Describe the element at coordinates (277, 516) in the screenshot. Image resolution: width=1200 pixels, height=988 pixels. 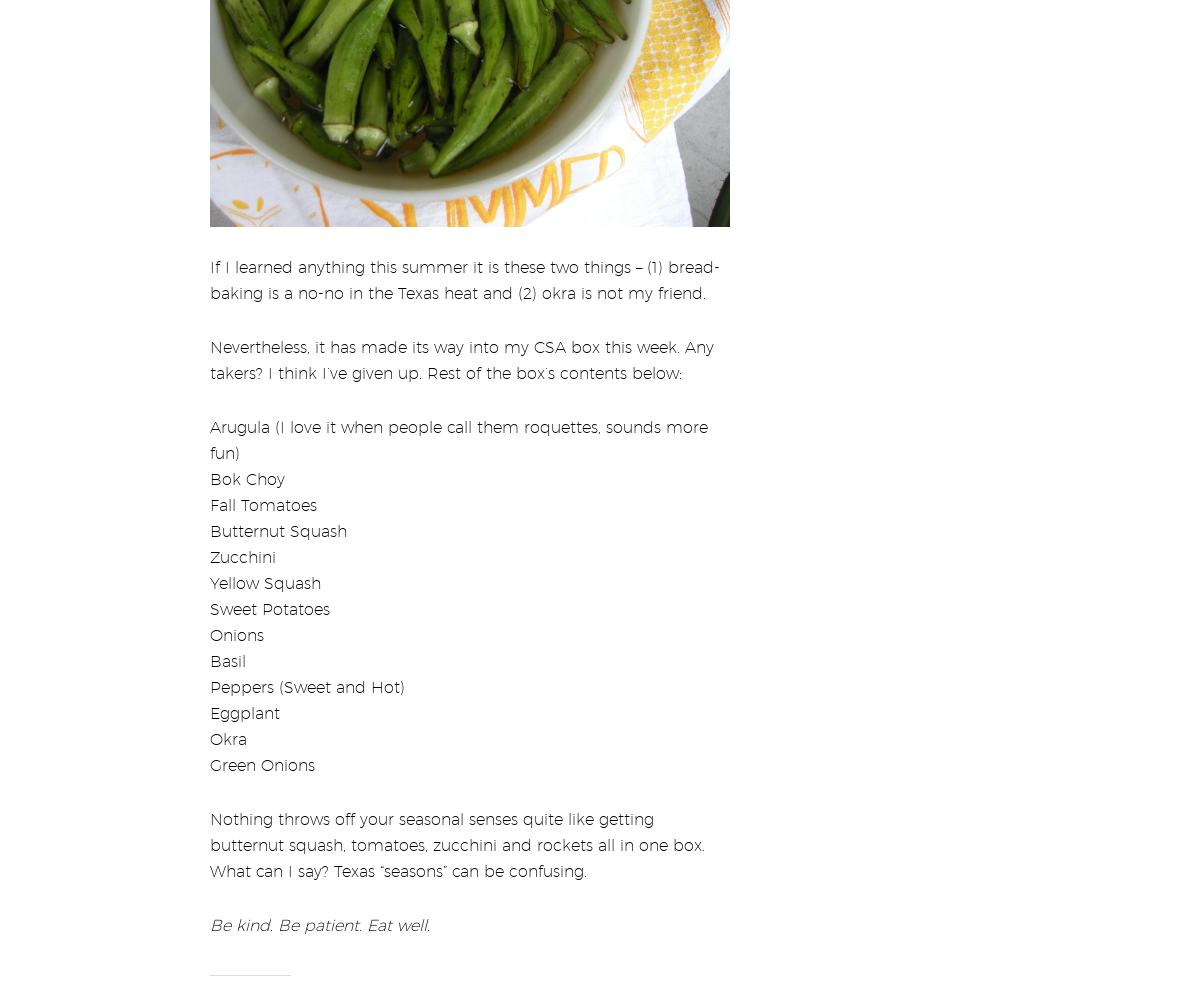
I see `'Butternut Squash'` at that location.